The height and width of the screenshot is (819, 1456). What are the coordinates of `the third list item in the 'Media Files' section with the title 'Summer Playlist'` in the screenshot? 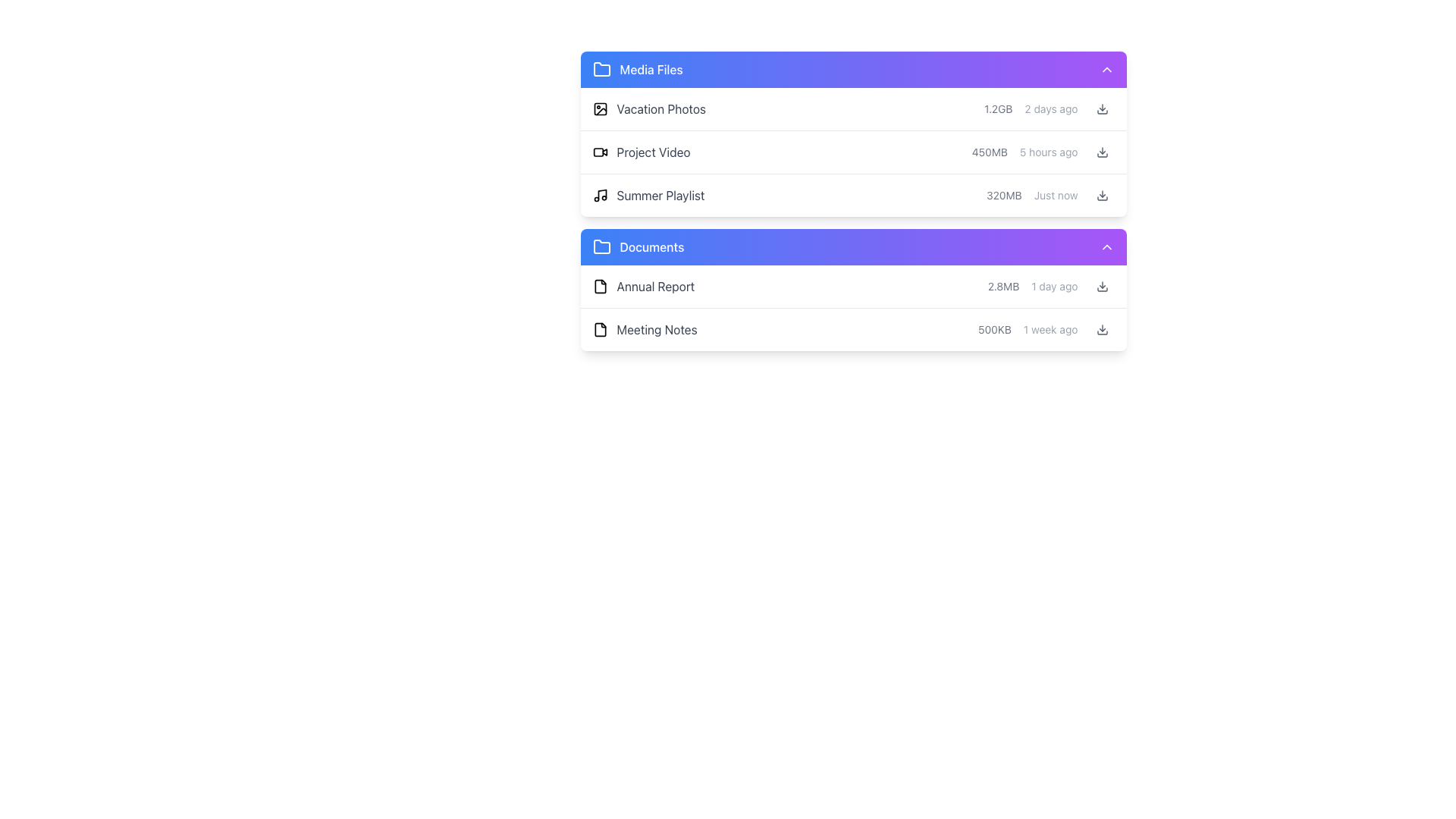 It's located at (853, 195).